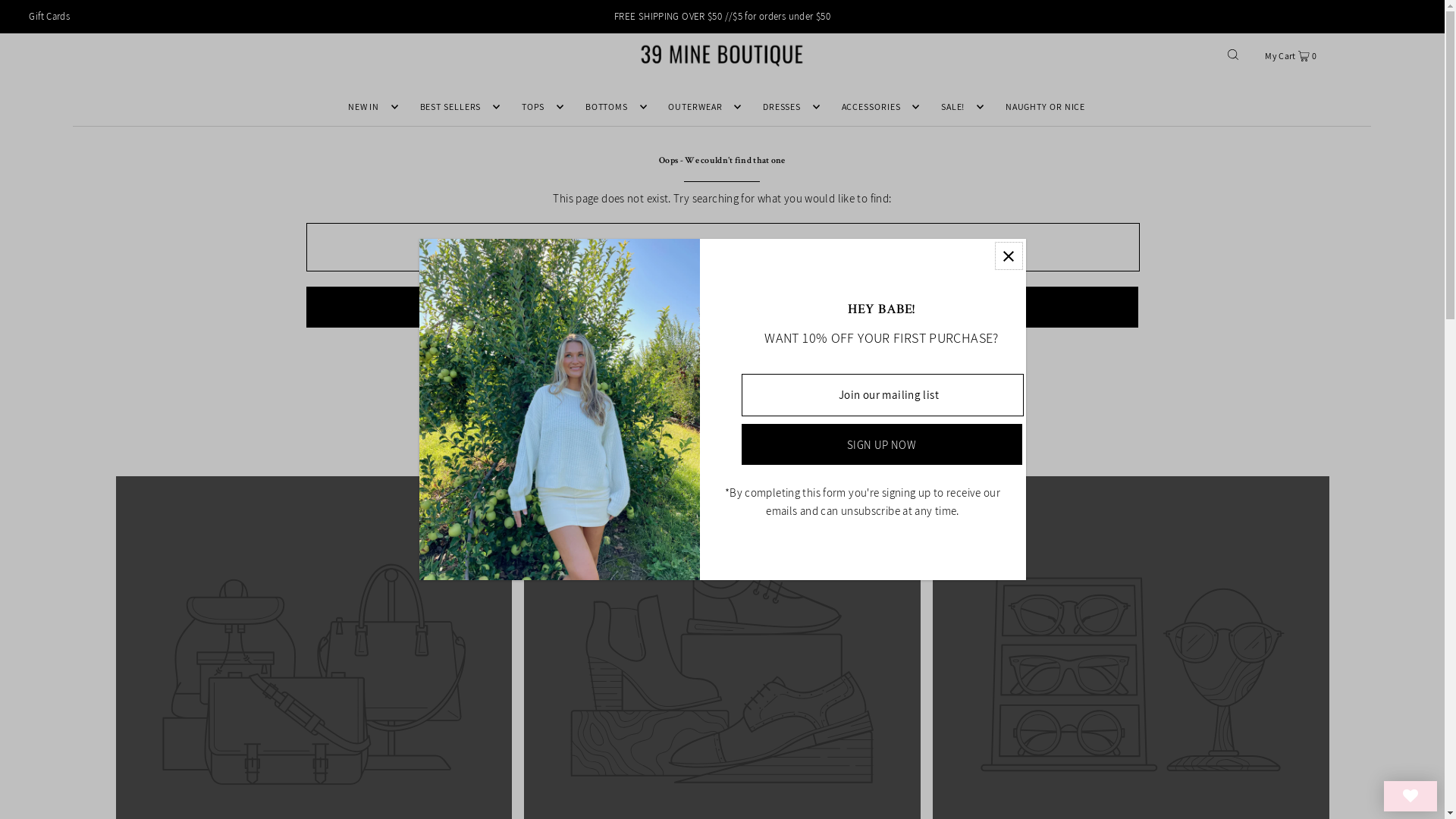 The height and width of the screenshot is (819, 1456). I want to click on 'NAUGHTY OR NICE', so click(1044, 106).